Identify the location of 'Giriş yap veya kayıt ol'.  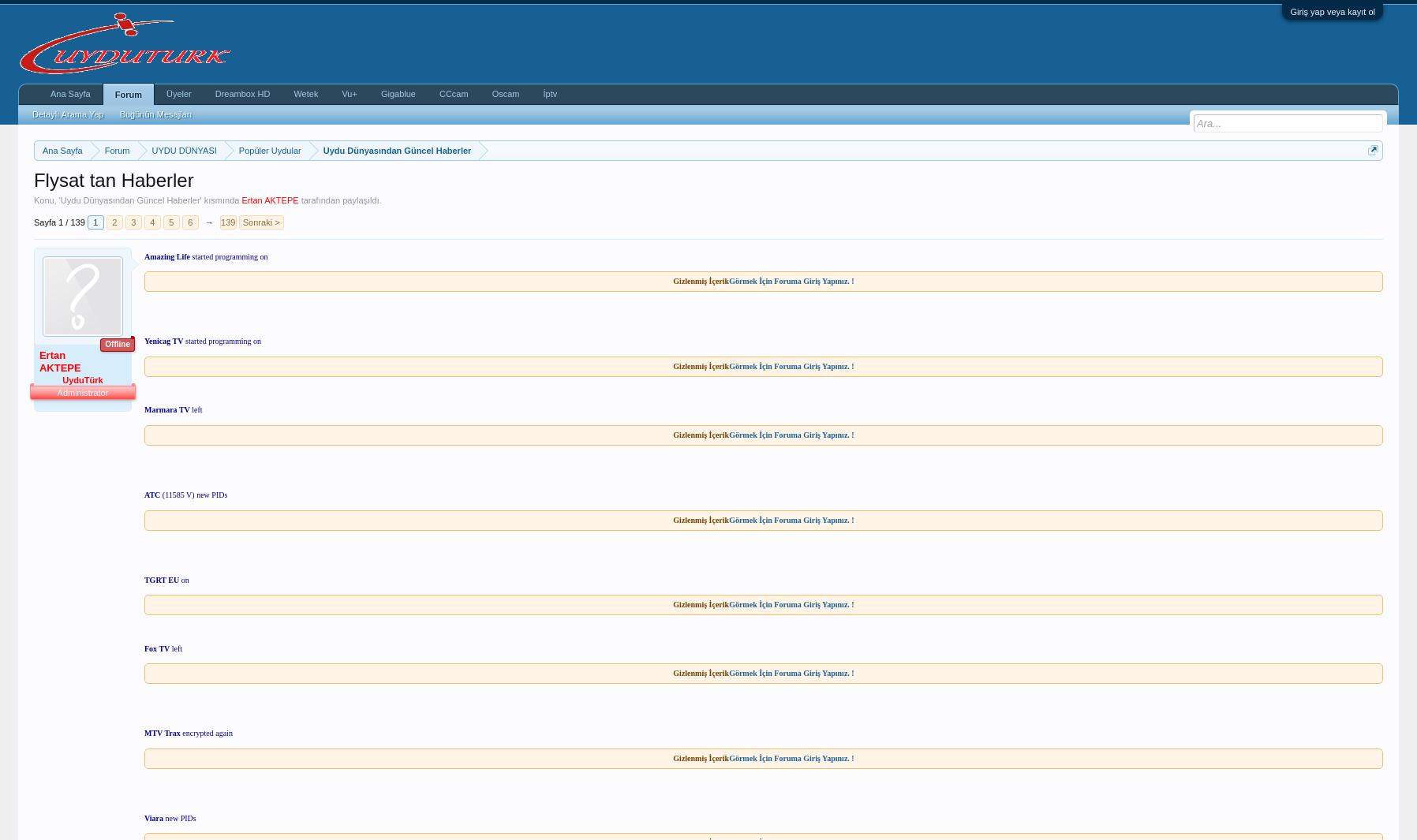
(1332, 11).